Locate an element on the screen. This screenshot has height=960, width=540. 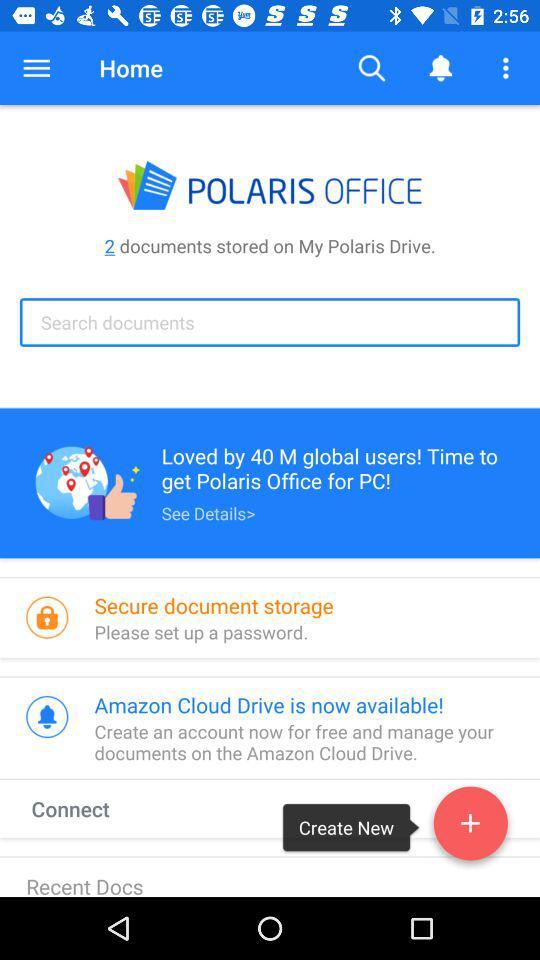
item to the left of create new icon is located at coordinates (88, 808).